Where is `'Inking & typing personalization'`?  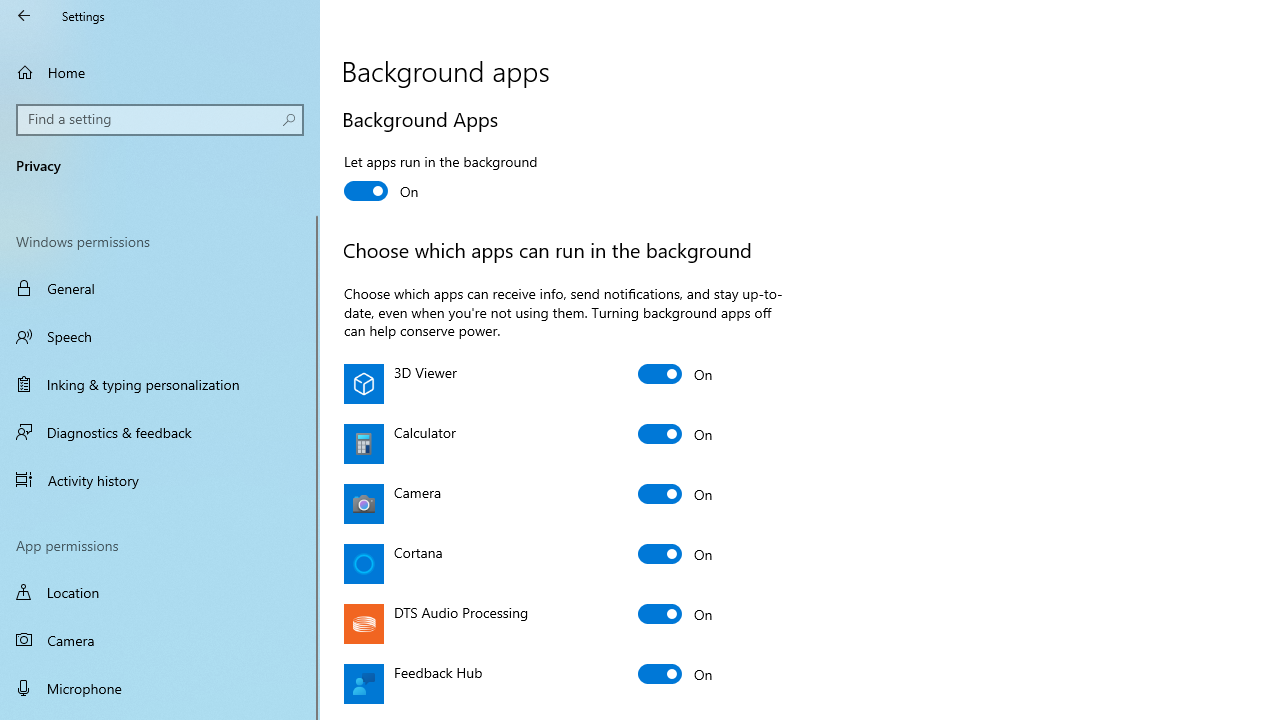 'Inking & typing personalization' is located at coordinates (160, 384).